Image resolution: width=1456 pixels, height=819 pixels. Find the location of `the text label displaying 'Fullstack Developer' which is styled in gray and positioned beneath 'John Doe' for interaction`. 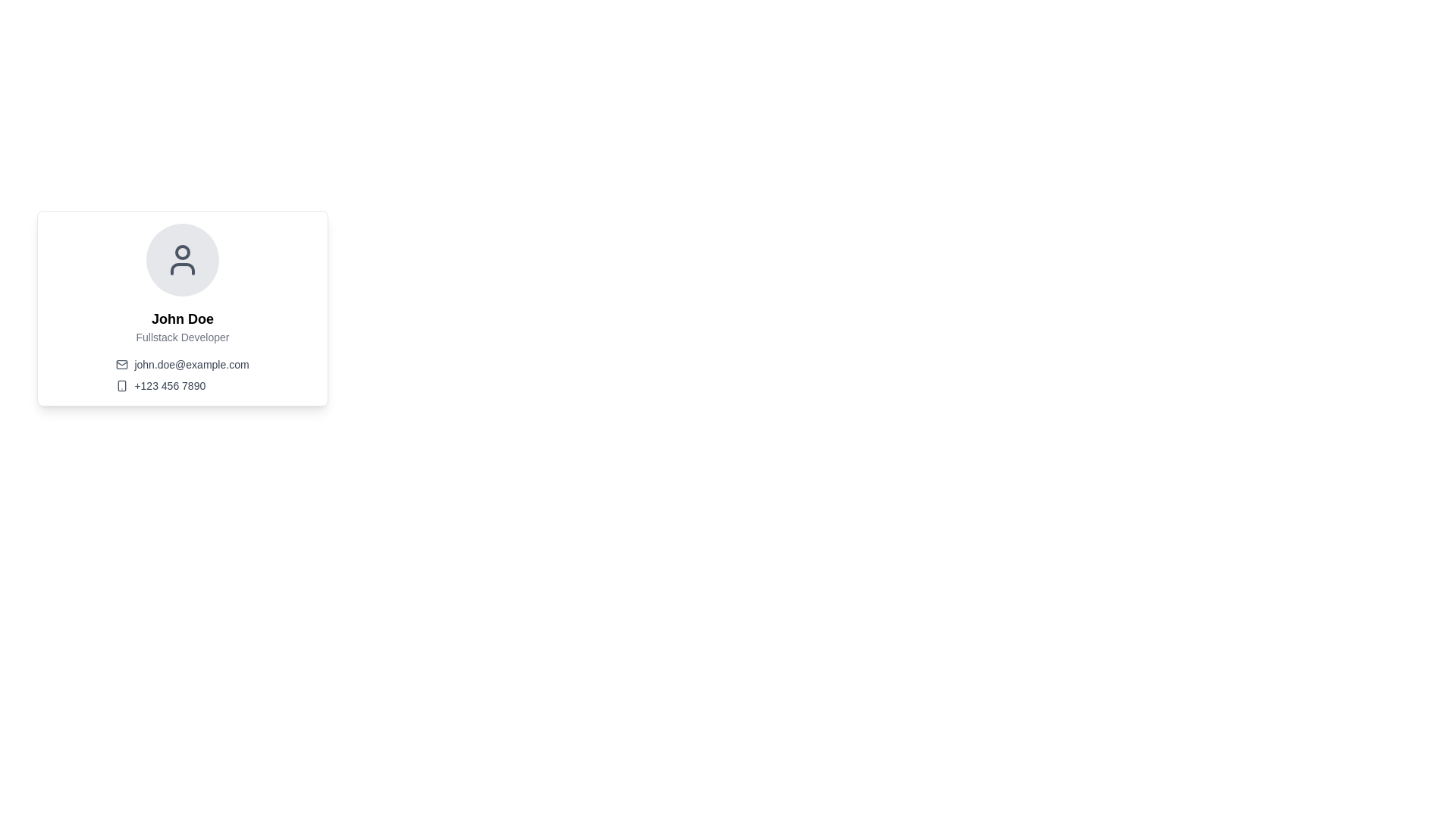

the text label displaying 'Fullstack Developer' which is styled in gray and positioned beneath 'John Doe' for interaction is located at coordinates (182, 336).